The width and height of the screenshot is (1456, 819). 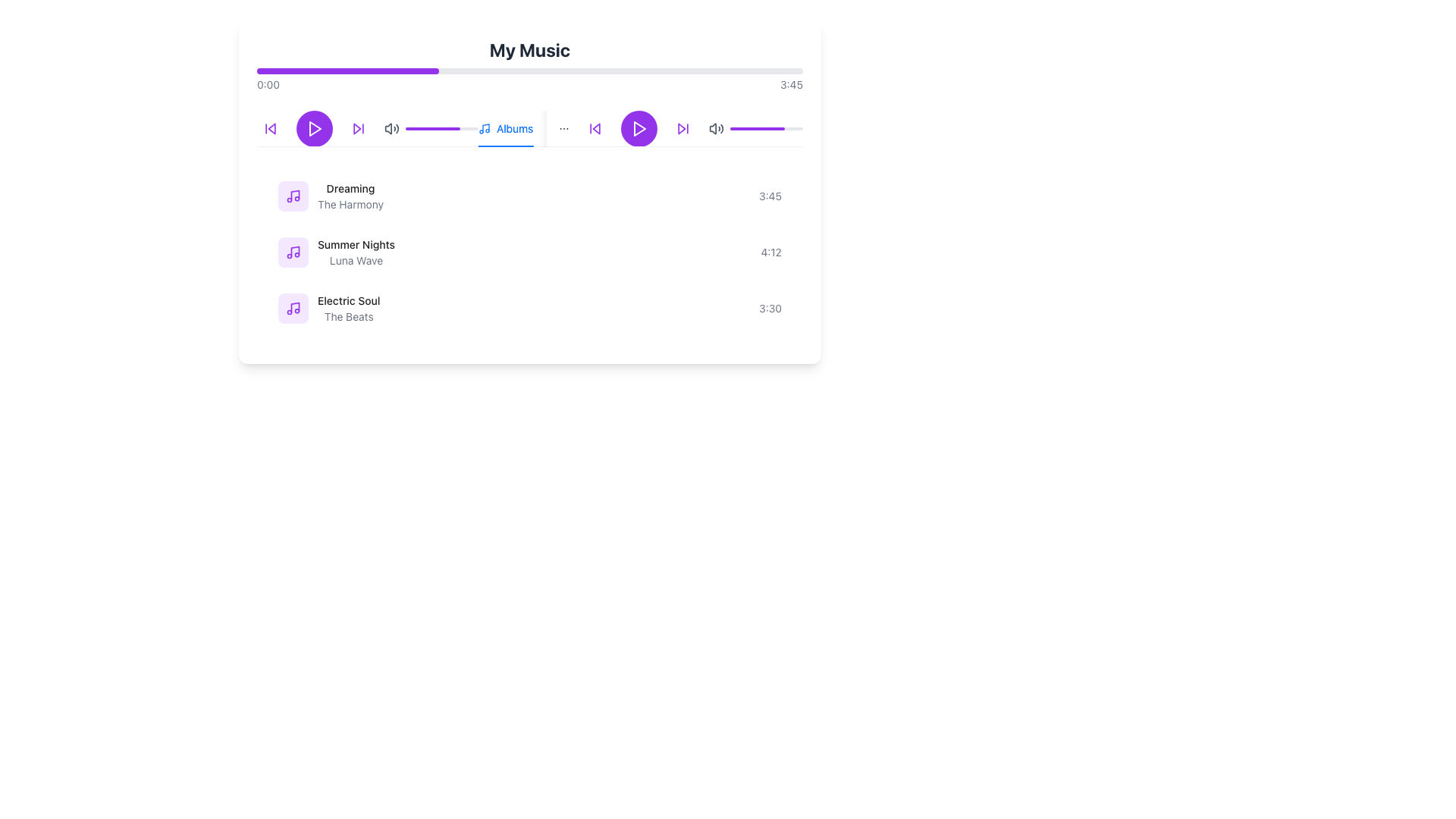 What do you see at coordinates (270, 127) in the screenshot?
I see `the back-skip button located to the left of the large circular play button in the music player interface` at bounding box center [270, 127].